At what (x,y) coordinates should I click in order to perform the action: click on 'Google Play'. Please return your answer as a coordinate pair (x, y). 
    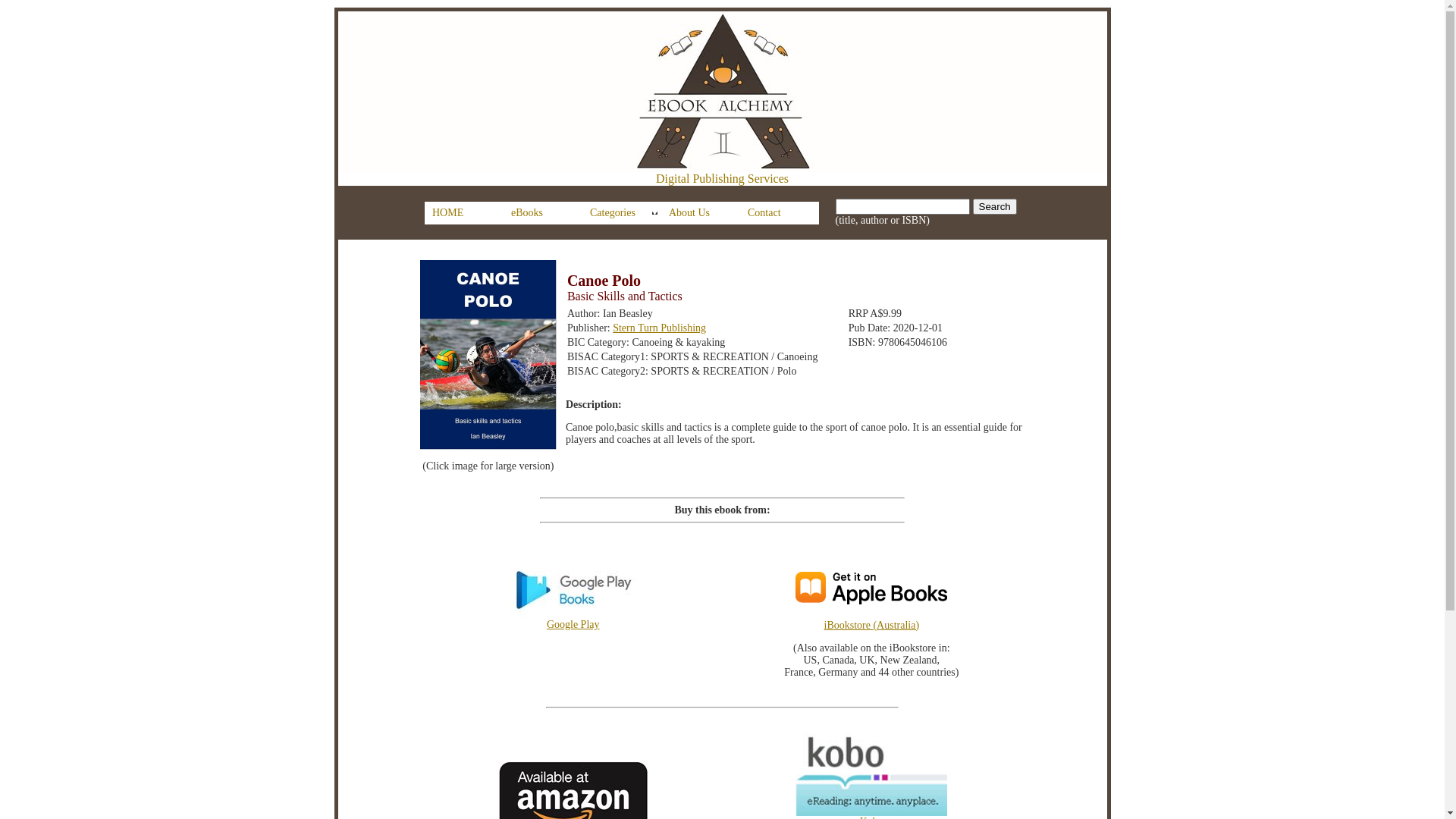
    Looking at the image, I should click on (497, 620).